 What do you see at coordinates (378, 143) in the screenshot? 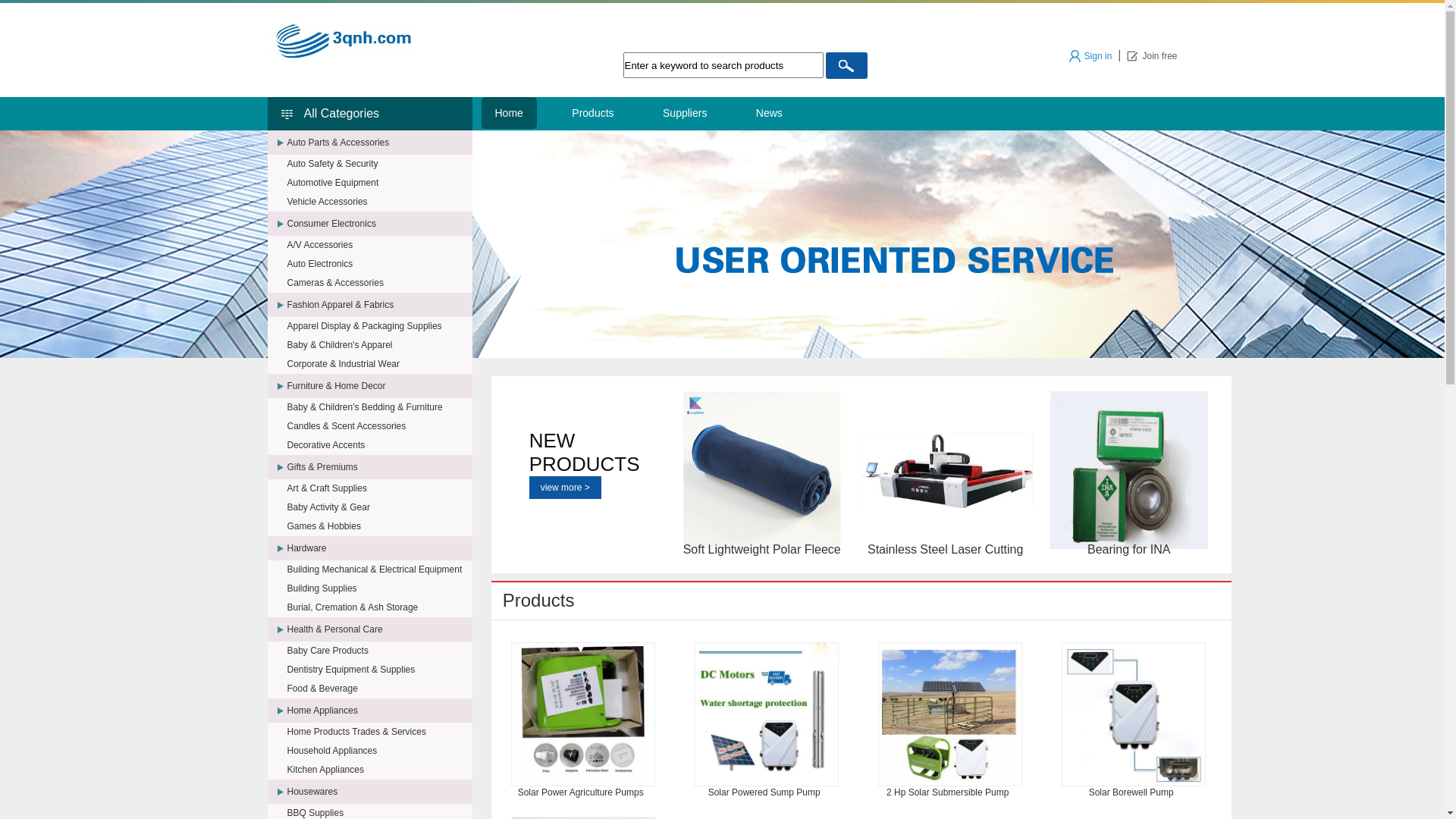
I see `'Auto Parts & Accessories'` at bounding box center [378, 143].